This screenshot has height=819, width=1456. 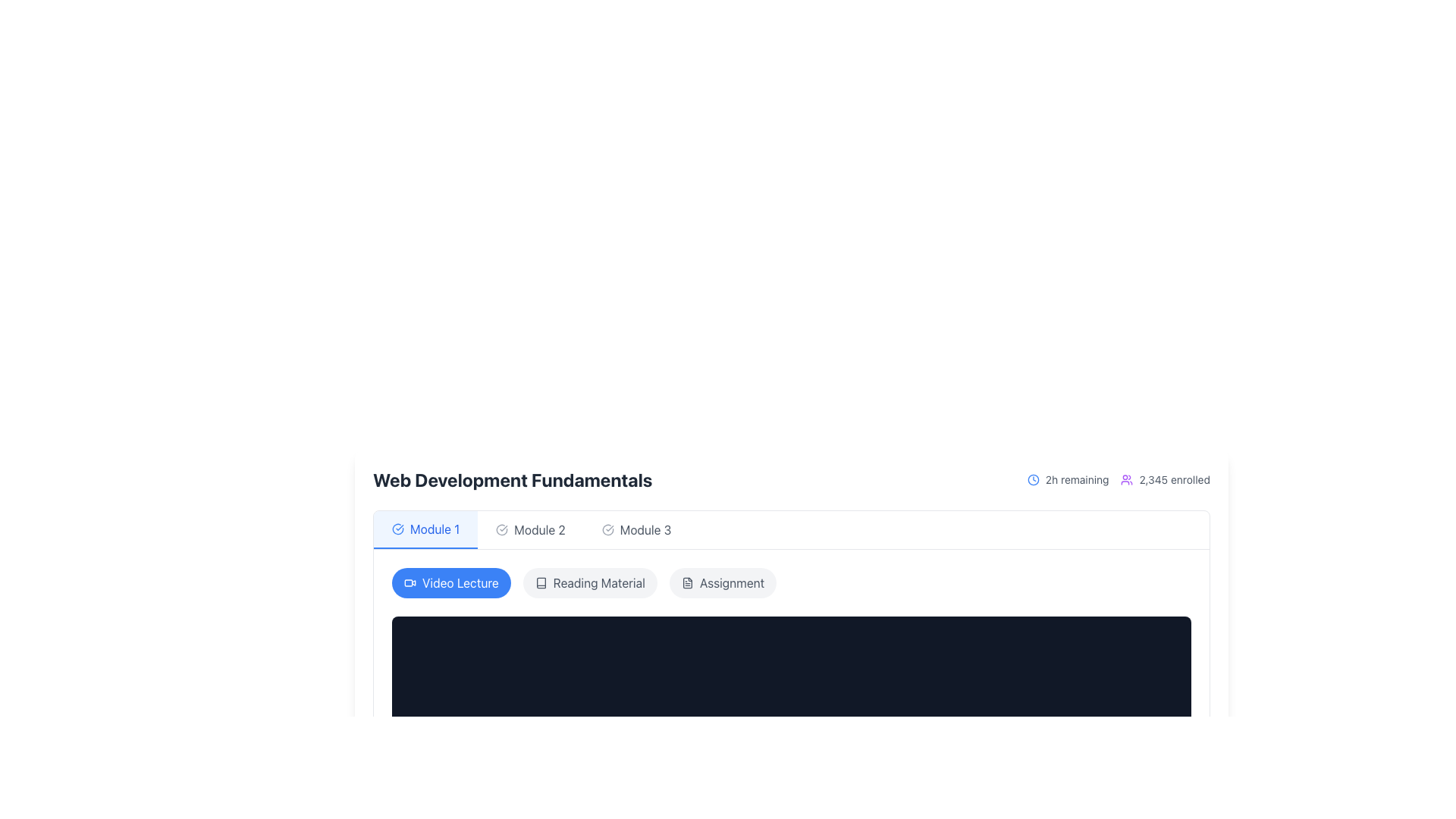 What do you see at coordinates (531, 529) in the screenshot?
I see `the navigational button for 'Module 2' located between 'Module 1' and 'Module 3'` at bounding box center [531, 529].